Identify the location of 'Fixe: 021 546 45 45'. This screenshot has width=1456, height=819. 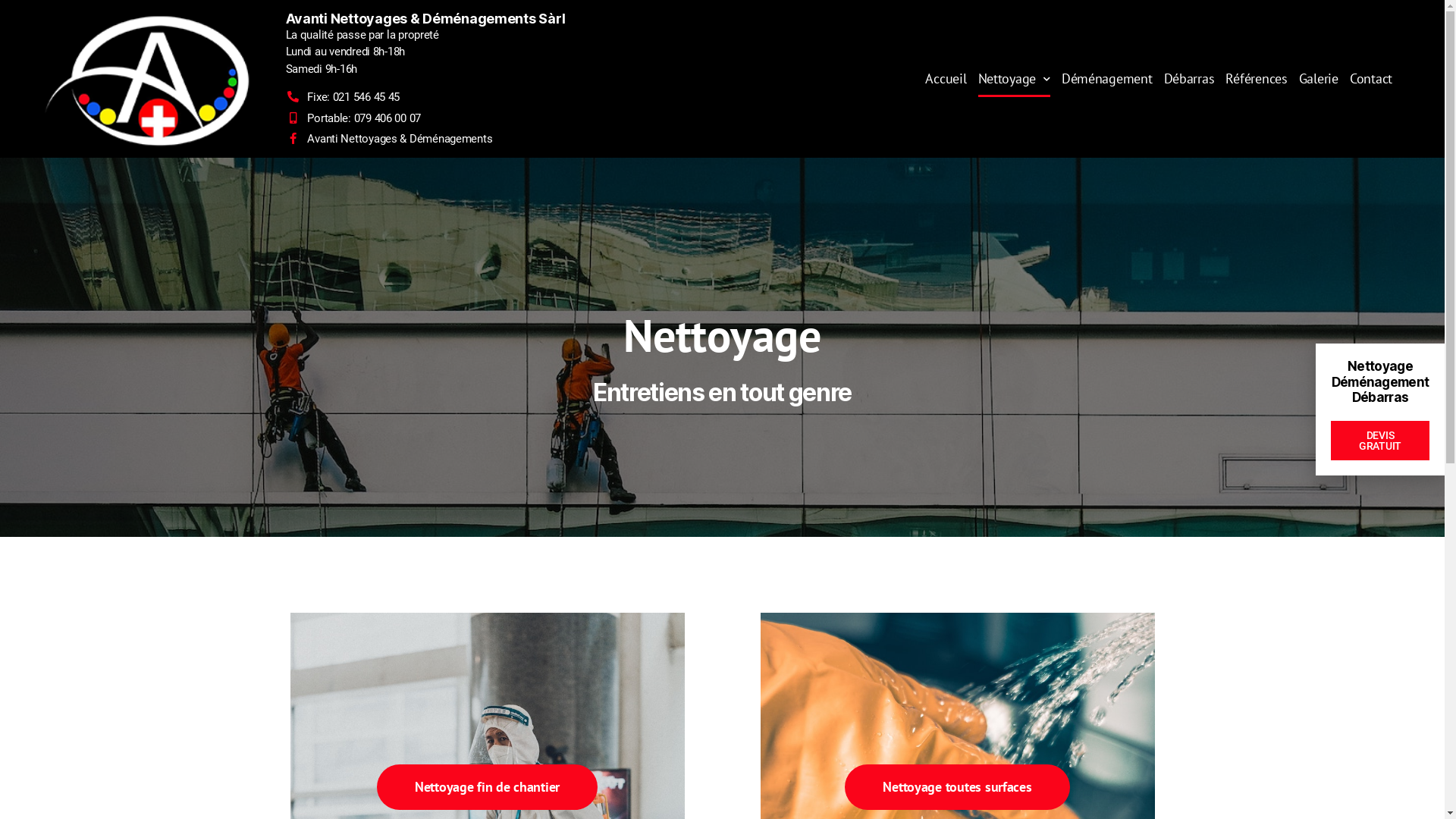
(507, 97).